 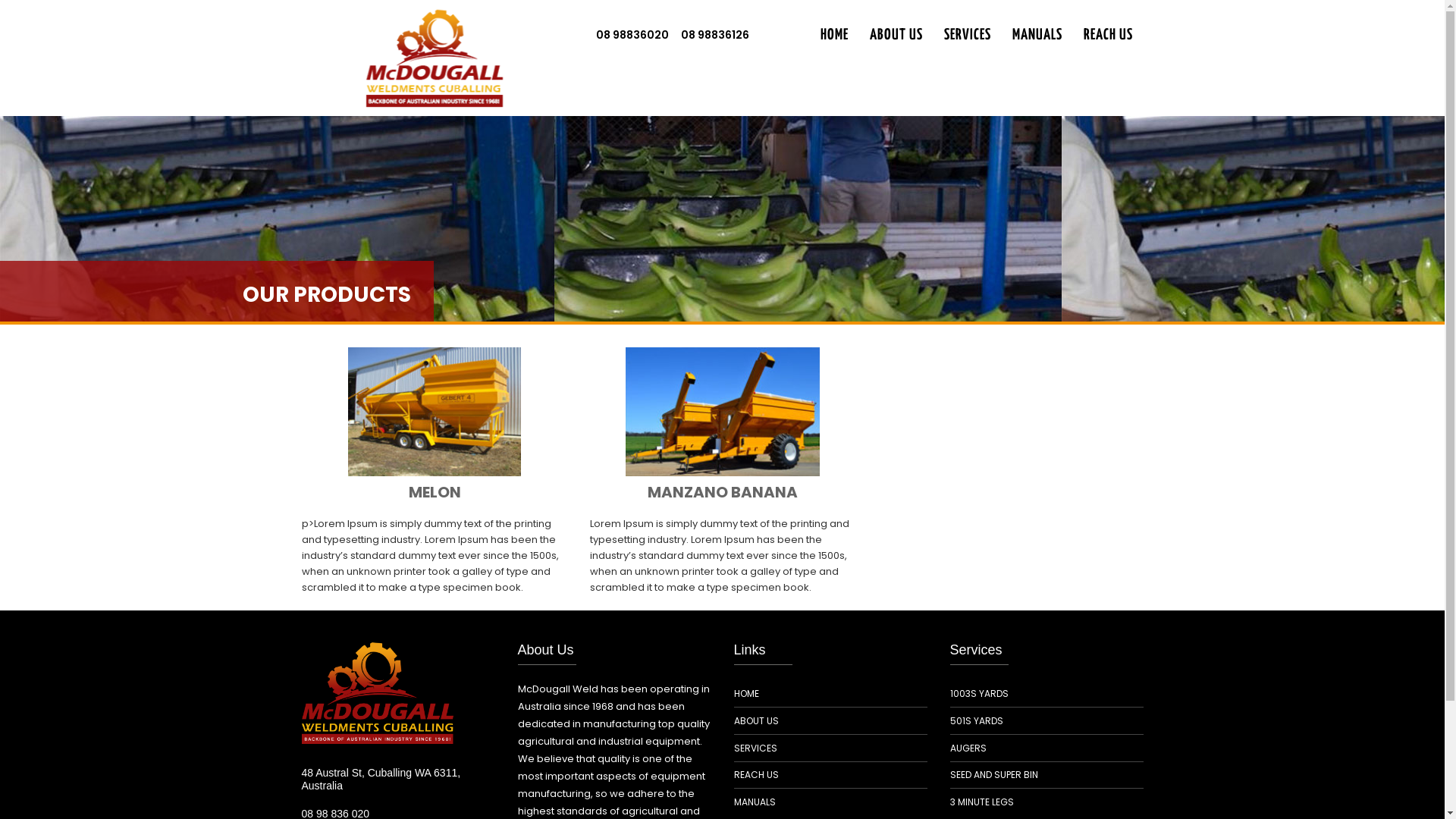 I want to click on '08 98836020', so click(x=632, y=34).